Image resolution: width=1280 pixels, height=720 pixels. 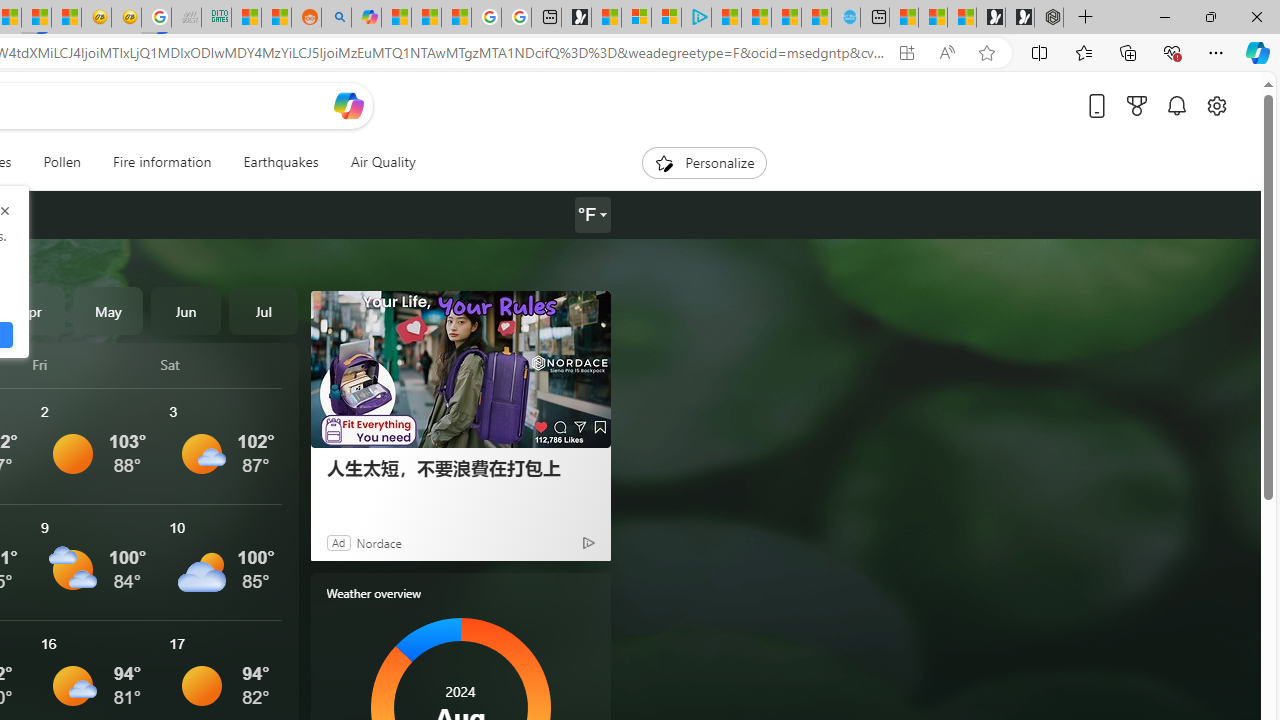 What do you see at coordinates (336, 17) in the screenshot?
I see `'Utah sues federal government - Search'` at bounding box center [336, 17].